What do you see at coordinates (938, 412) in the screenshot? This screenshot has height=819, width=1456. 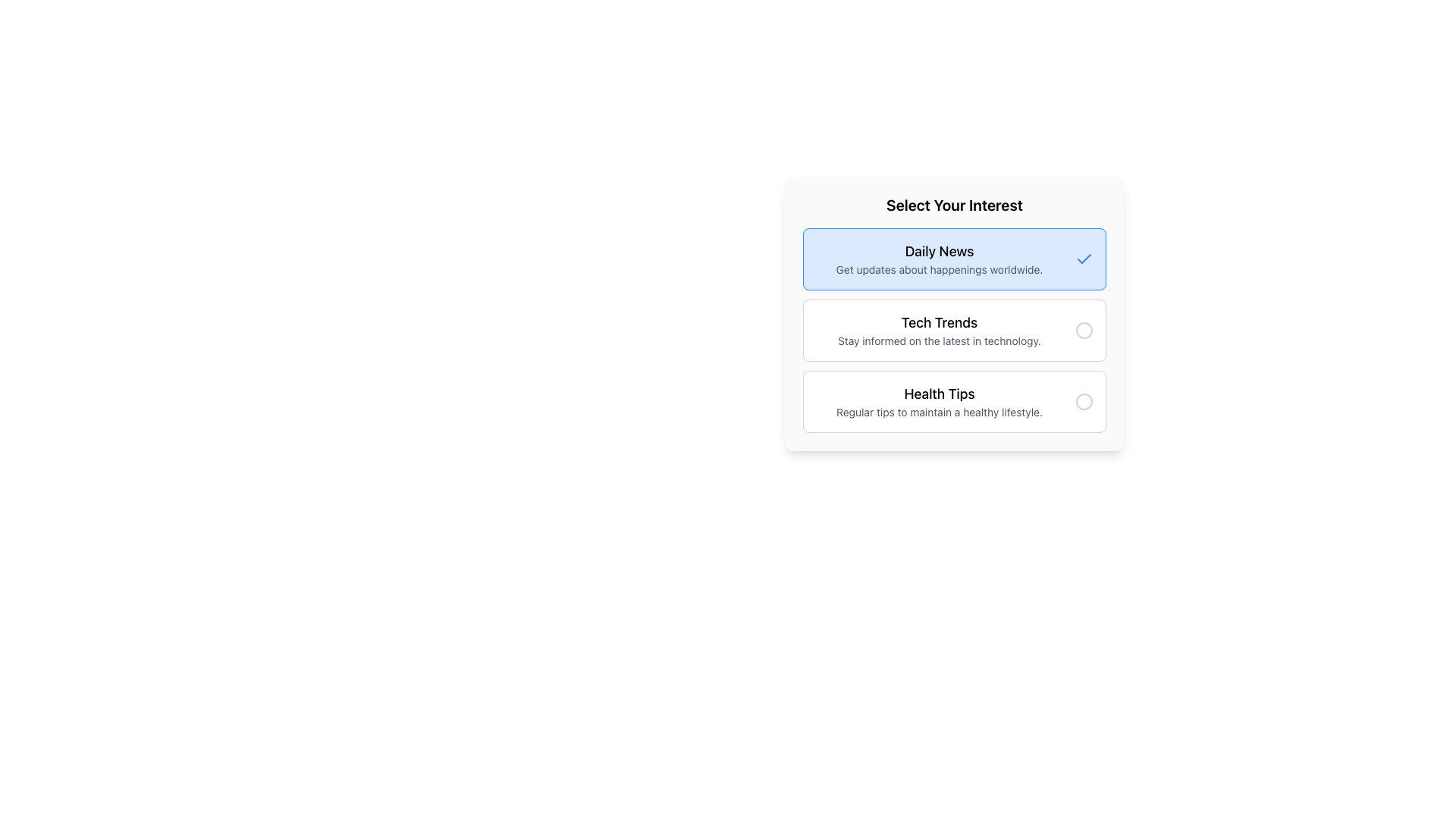 I see `the static text element that provides additional information about the 'Health Tips' option in the selection interface, which is located directly below the 'Health Tips' text` at bounding box center [938, 412].